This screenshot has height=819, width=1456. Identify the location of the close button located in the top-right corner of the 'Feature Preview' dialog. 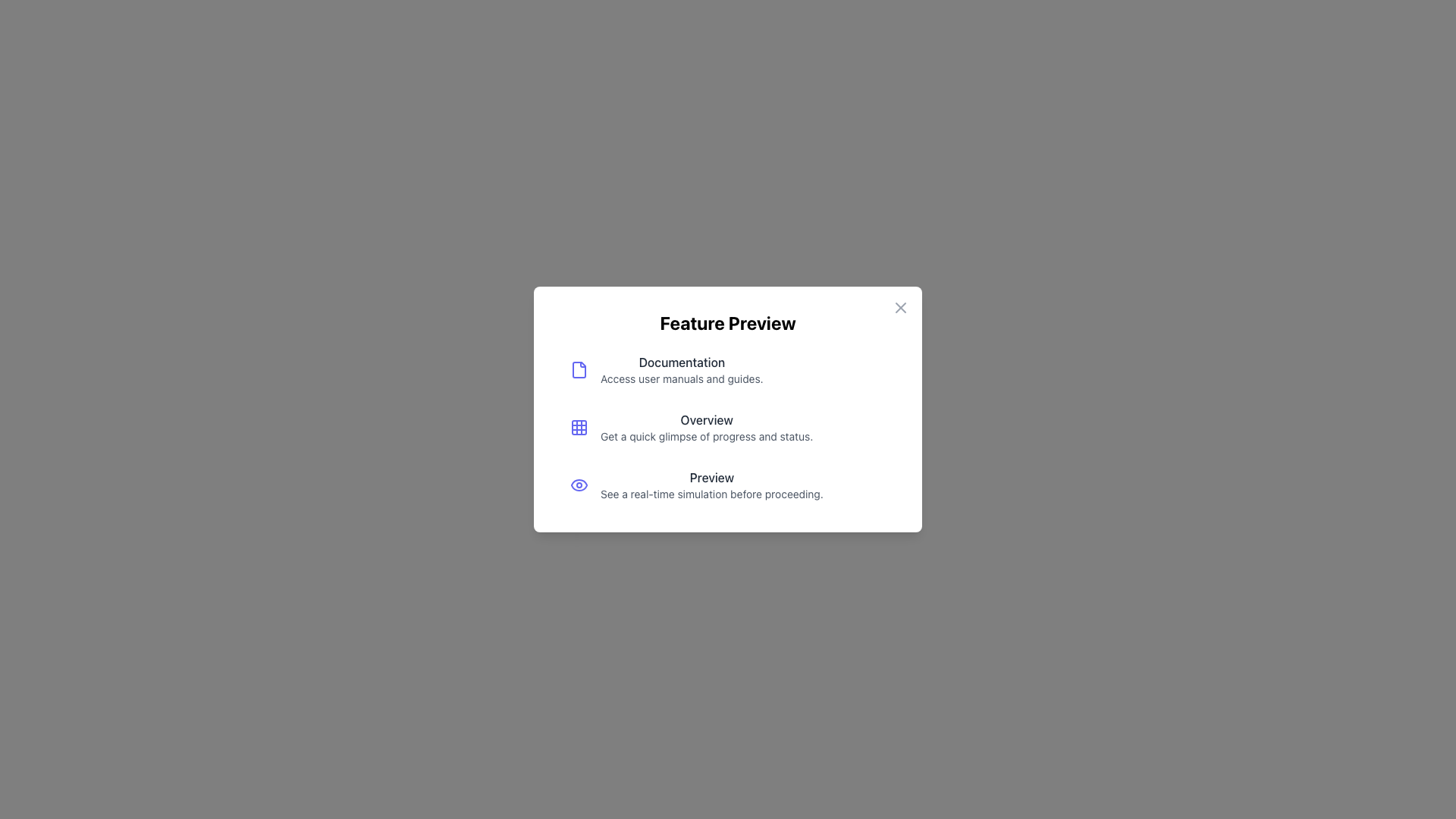
(901, 307).